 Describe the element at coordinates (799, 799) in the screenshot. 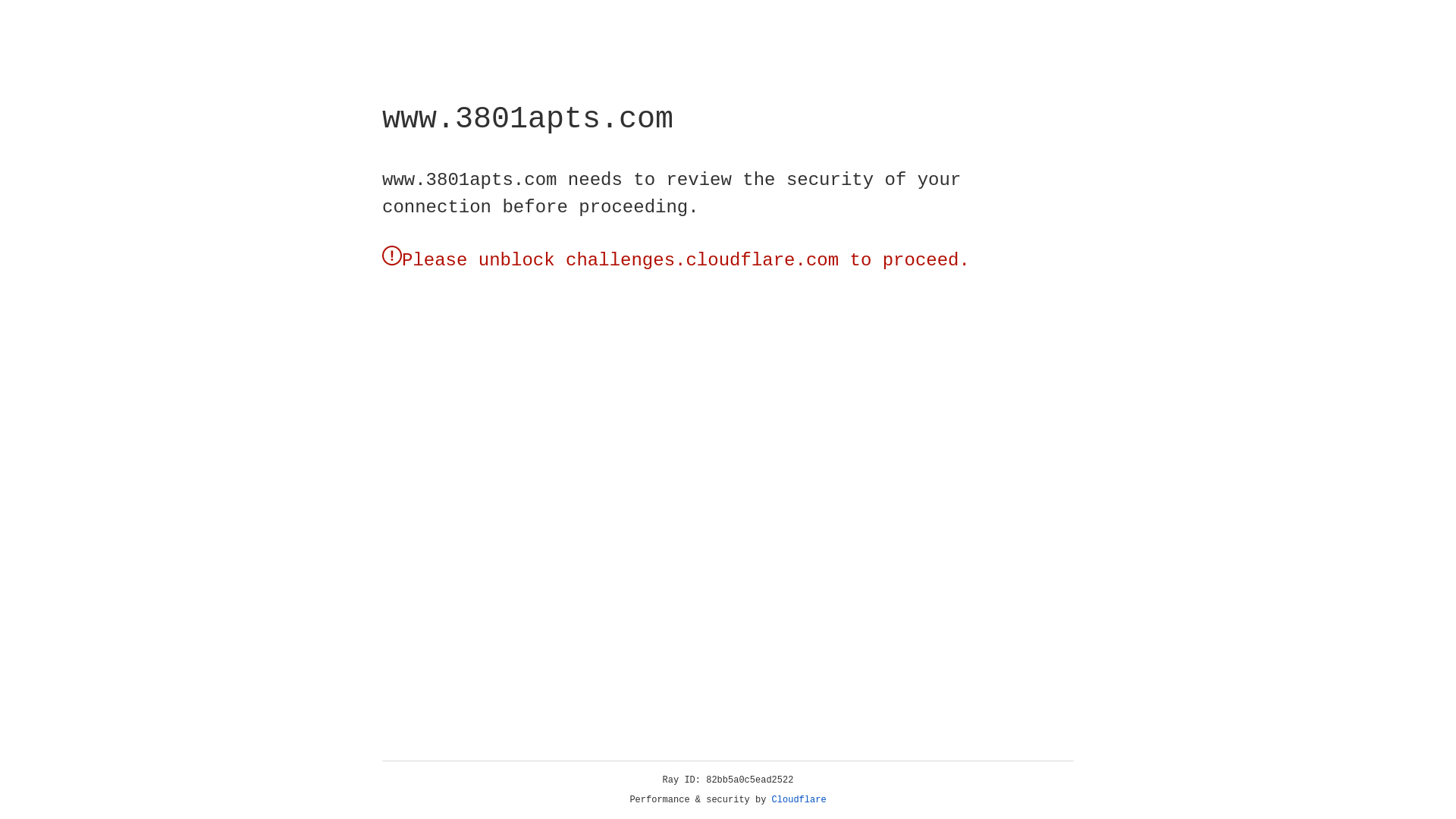

I see `'Cloudflare'` at that location.